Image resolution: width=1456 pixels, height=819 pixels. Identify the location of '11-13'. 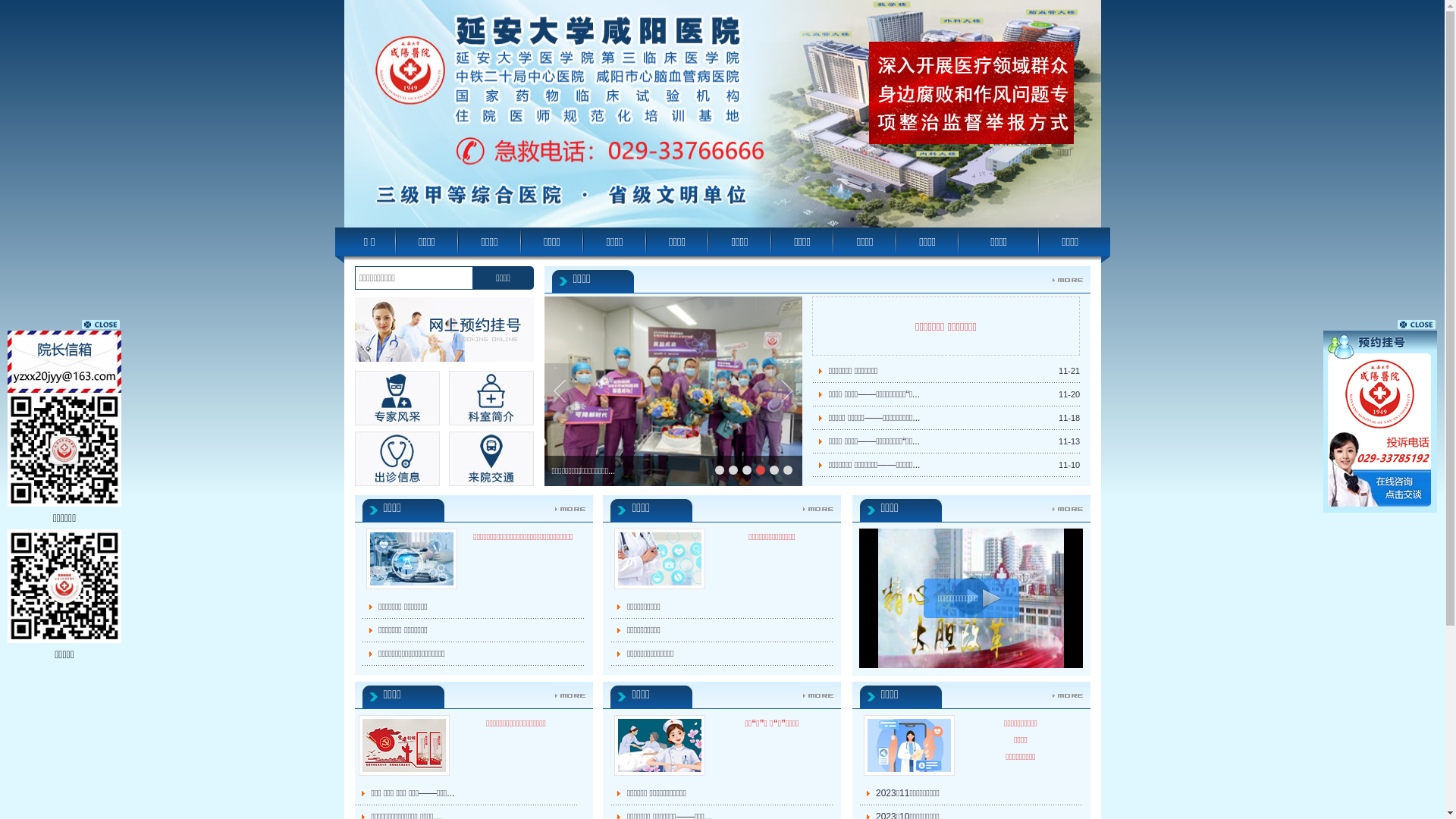
(1058, 441).